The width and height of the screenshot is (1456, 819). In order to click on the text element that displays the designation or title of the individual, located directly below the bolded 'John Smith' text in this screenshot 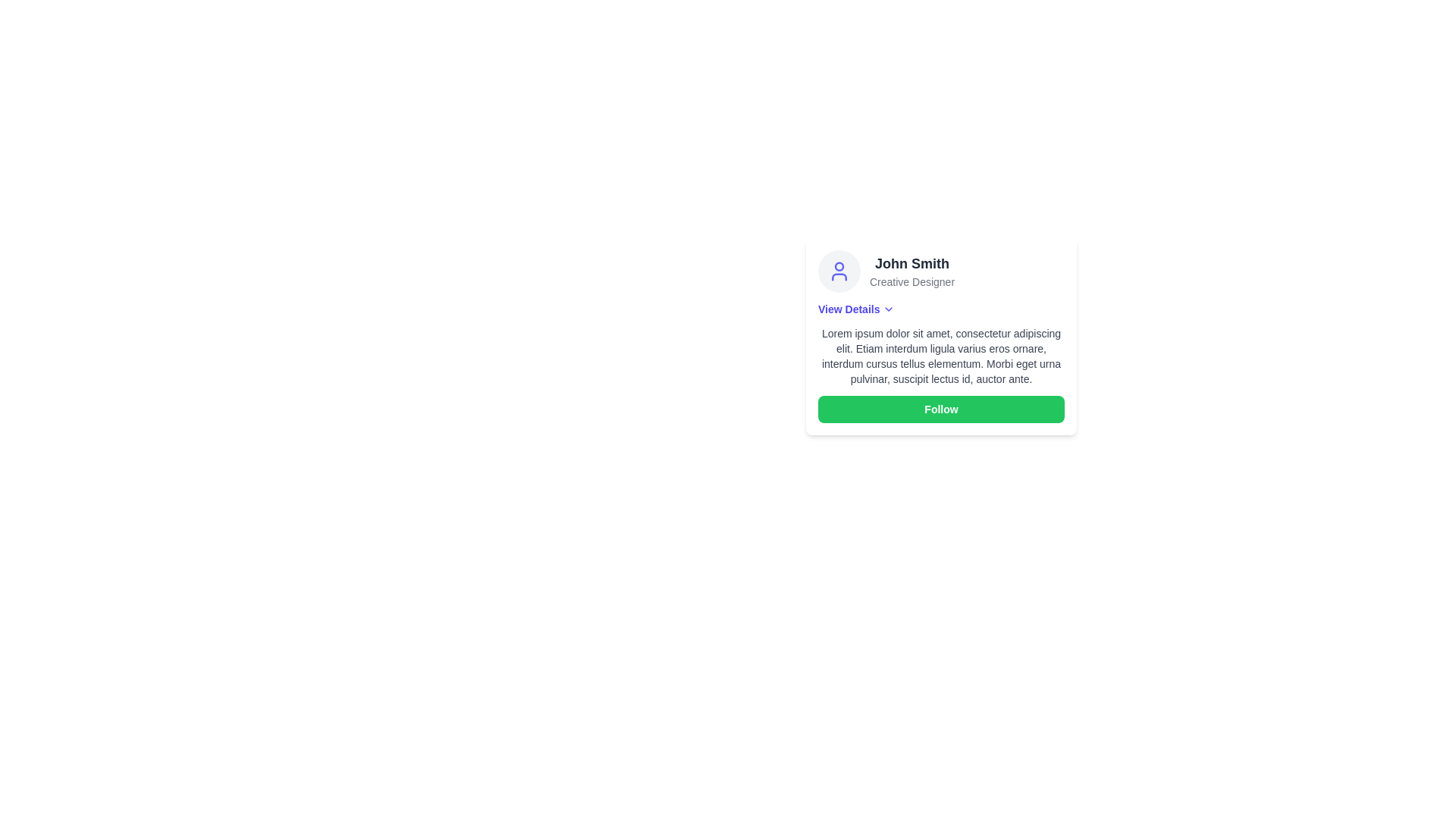, I will do `click(912, 281)`.